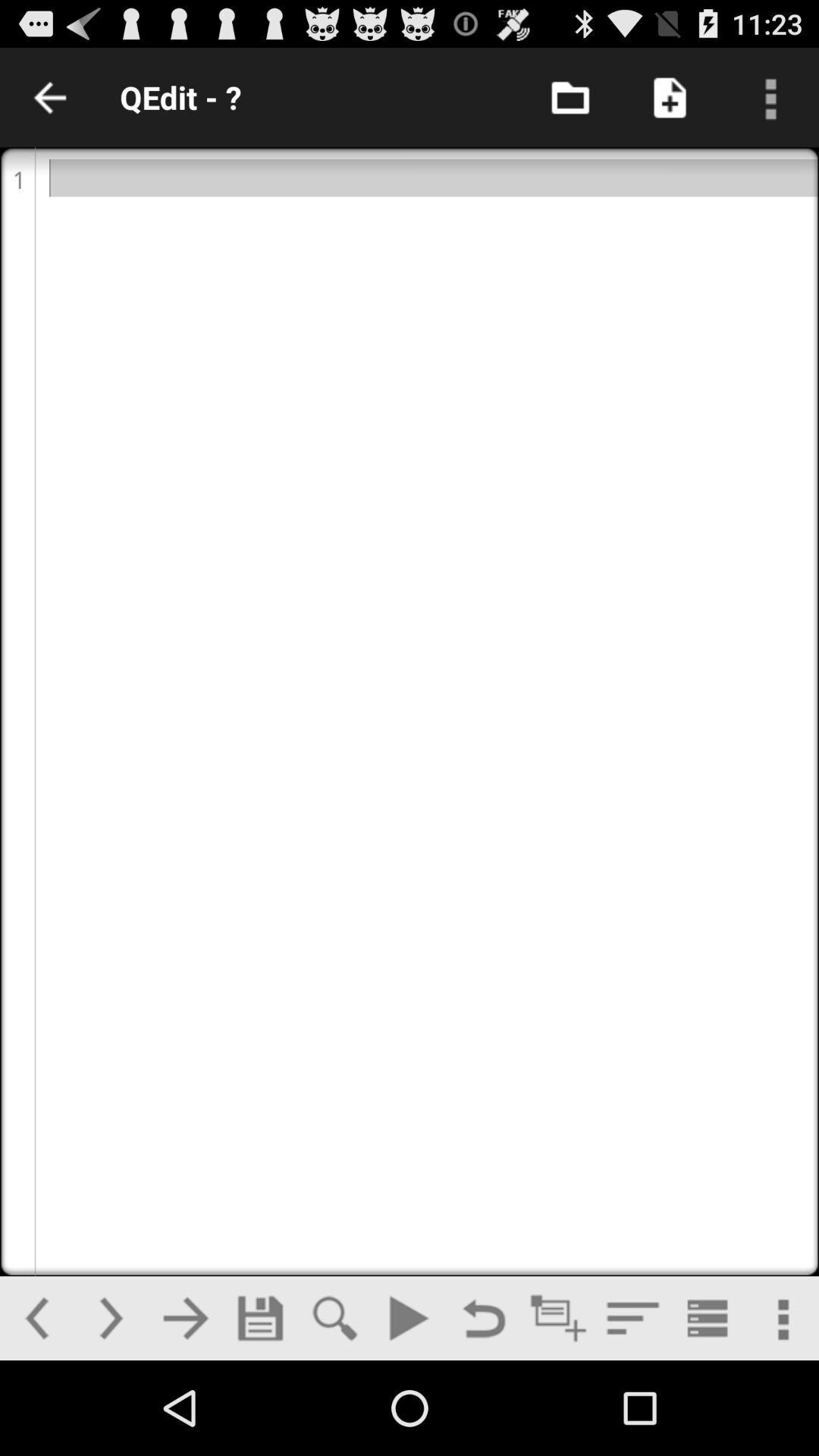  I want to click on edit option, so click(409, 711).